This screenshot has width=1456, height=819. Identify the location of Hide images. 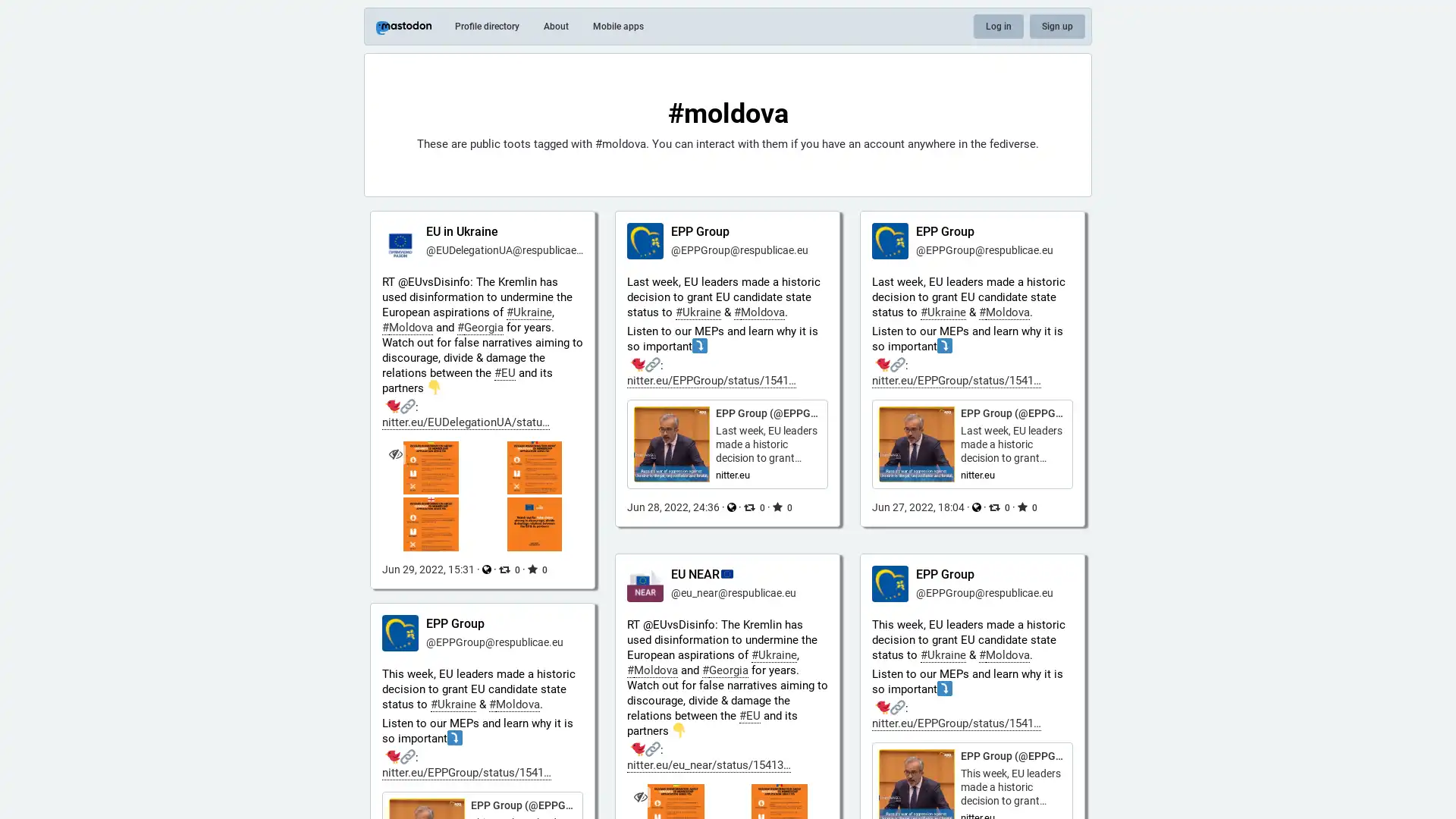
(640, 795).